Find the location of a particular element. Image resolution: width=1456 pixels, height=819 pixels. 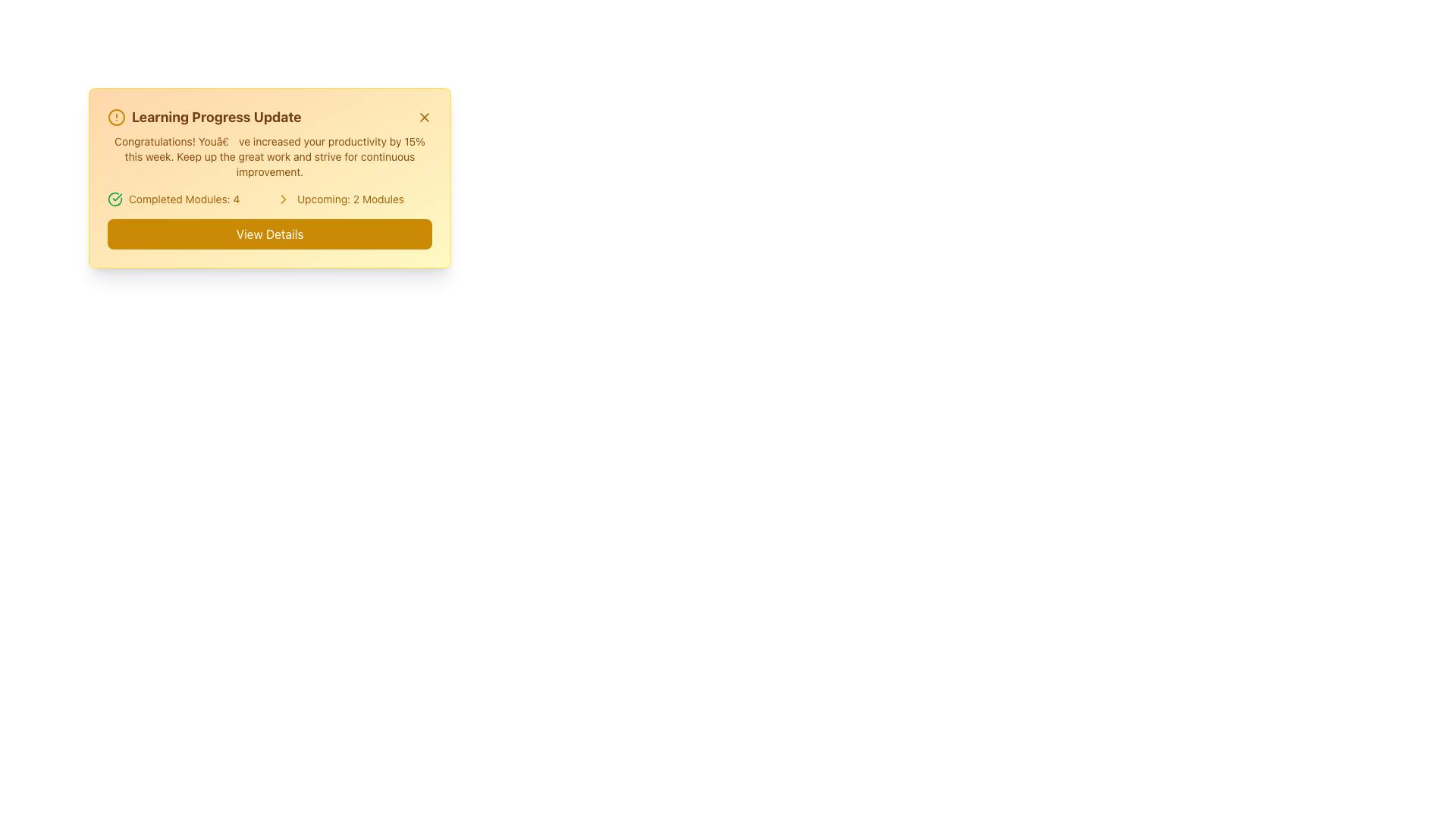

the heading text in the top-left corner of the notification box to check for a tooltip is located at coordinates (203, 116).